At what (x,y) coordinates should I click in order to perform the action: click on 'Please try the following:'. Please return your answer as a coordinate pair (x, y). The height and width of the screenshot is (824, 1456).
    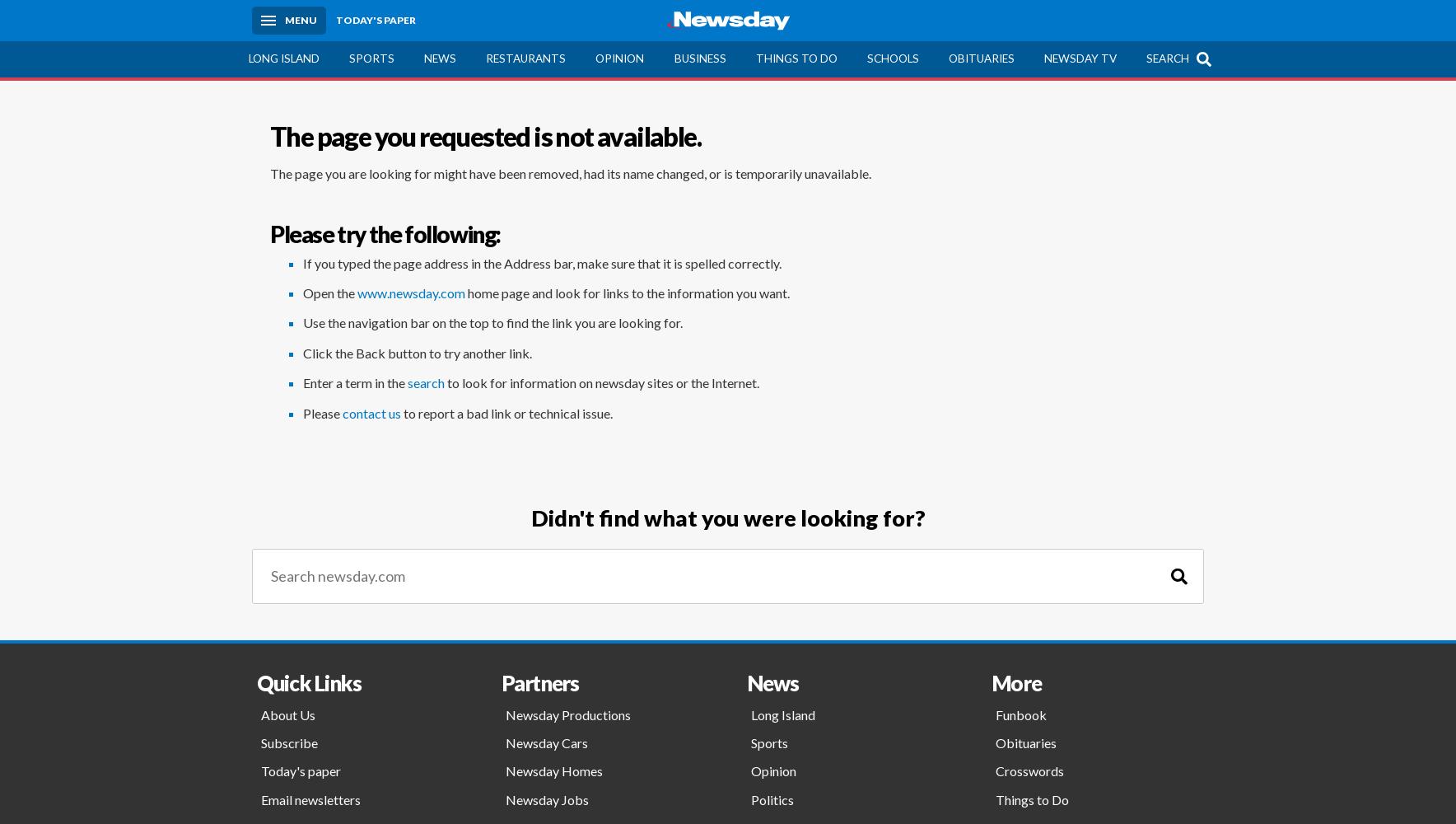
    Looking at the image, I should click on (384, 234).